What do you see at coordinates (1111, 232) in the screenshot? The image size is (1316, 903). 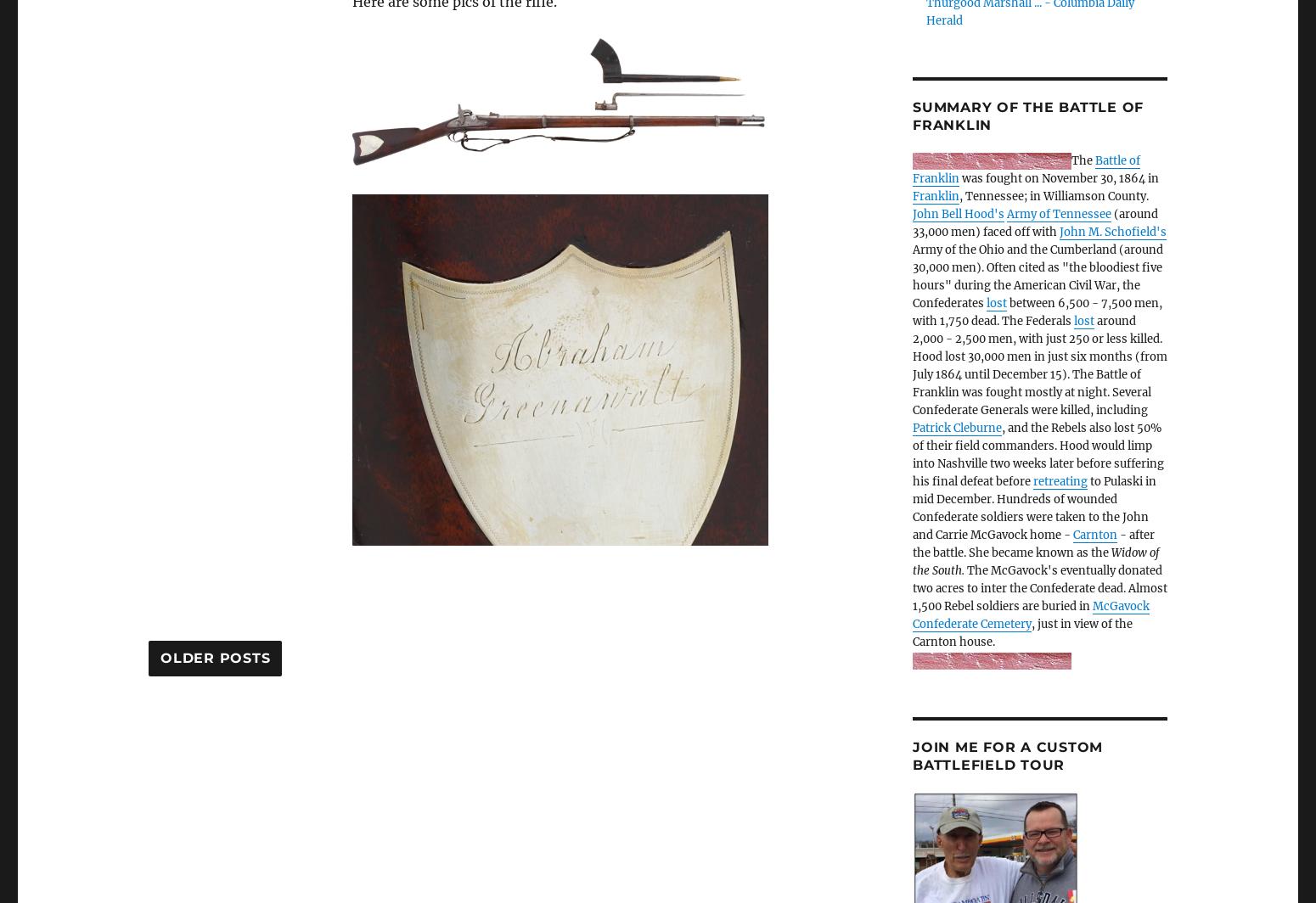 I see `'John M. Schofield's'` at bounding box center [1111, 232].